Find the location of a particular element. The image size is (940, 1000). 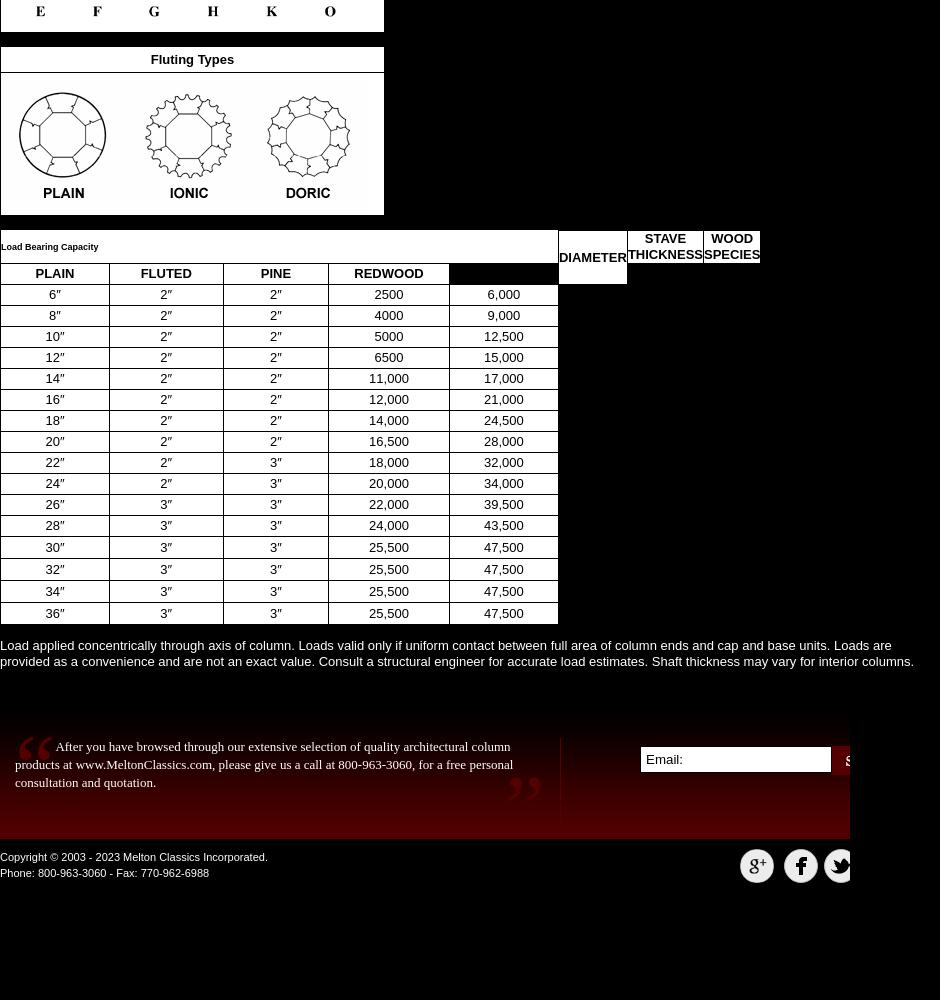

'22″' is located at coordinates (53, 461).